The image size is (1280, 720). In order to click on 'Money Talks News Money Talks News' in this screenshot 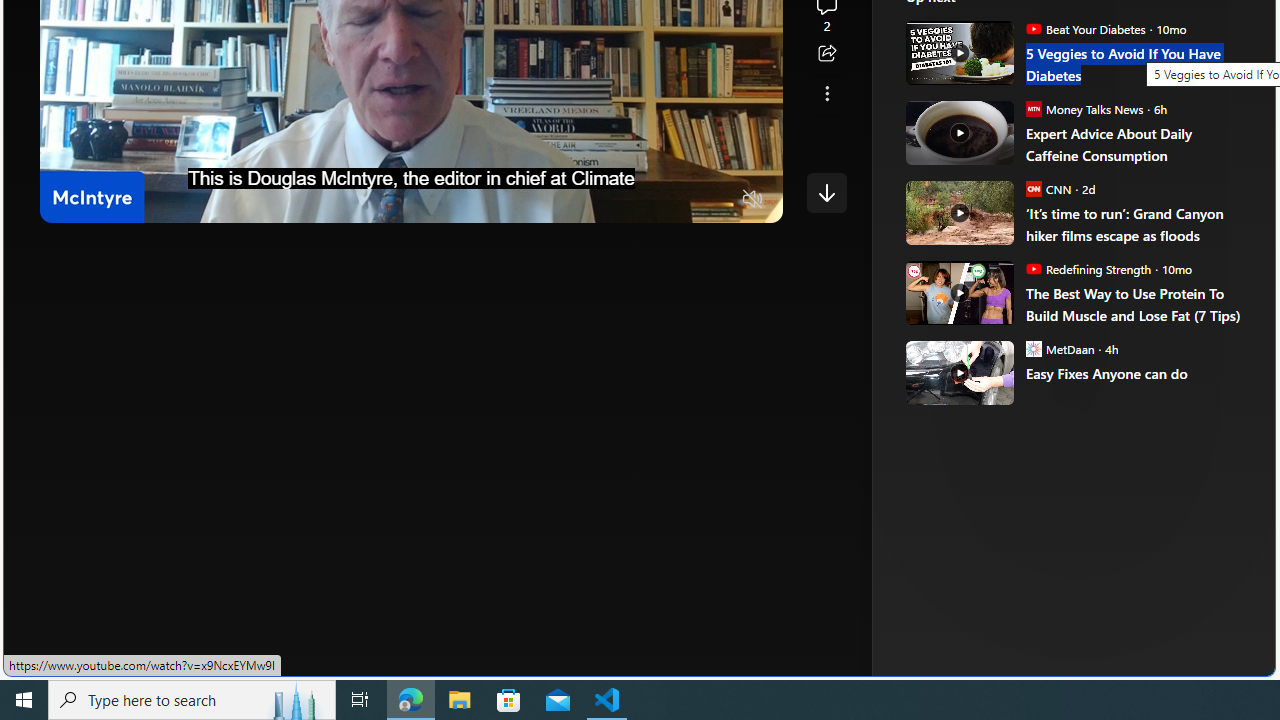, I will do `click(1083, 108)`.